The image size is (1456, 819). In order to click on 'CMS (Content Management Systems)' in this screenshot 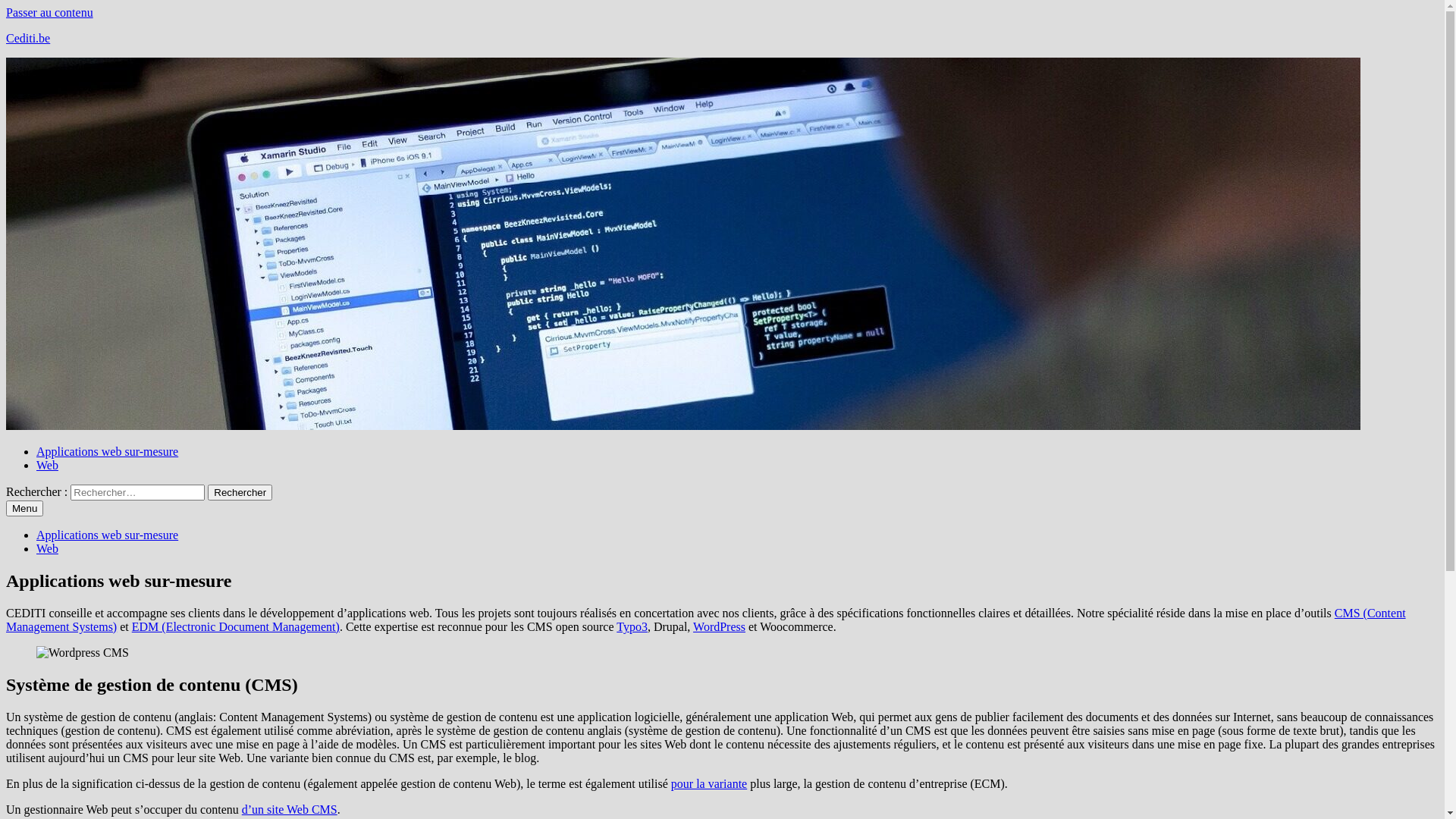, I will do `click(705, 620)`.